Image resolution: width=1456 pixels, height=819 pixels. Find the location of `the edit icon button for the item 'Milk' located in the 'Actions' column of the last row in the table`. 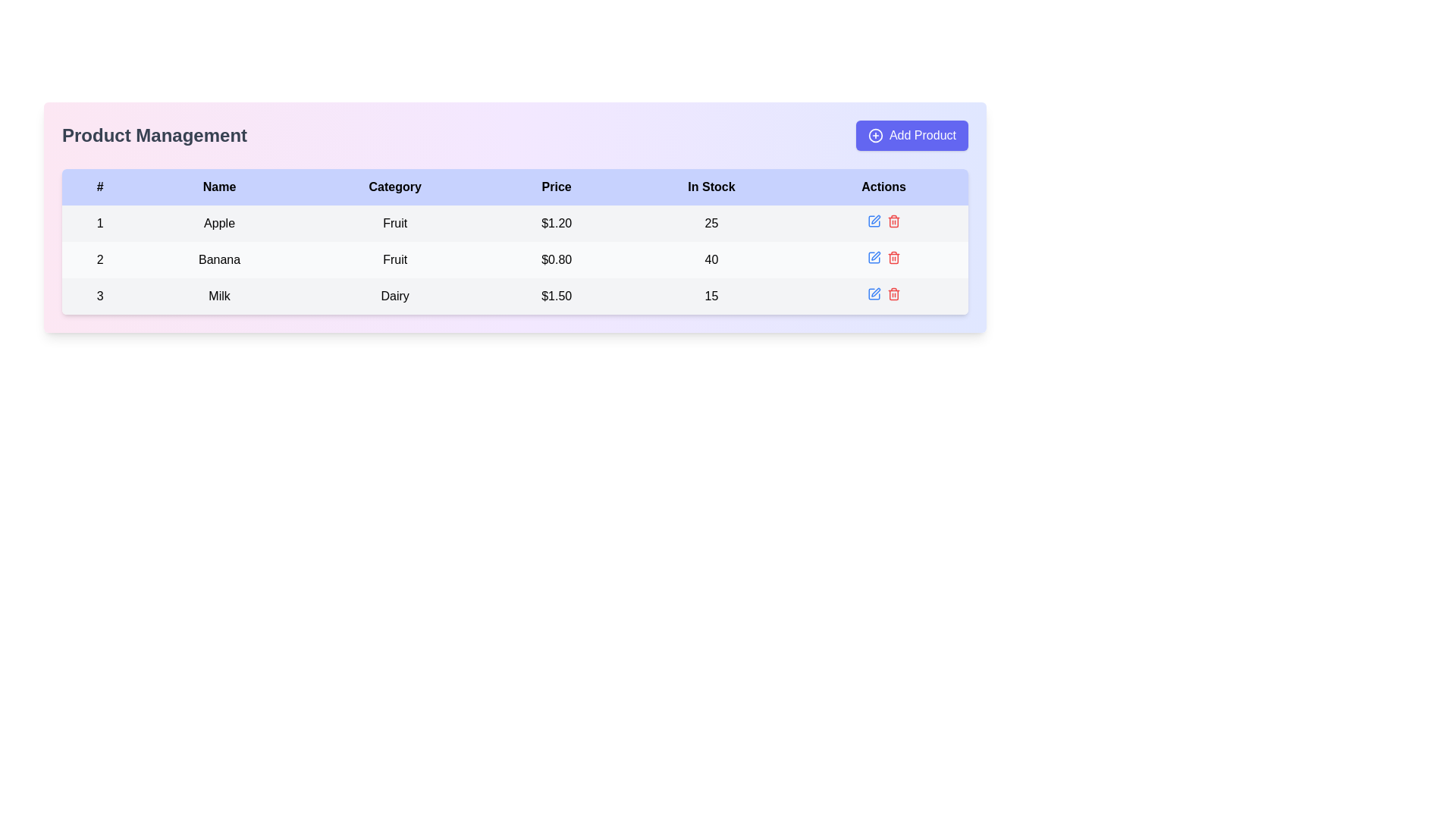

the edit icon button for the item 'Milk' located in the 'Actions' column of the last row in the table is located at coordinates (874, 294).